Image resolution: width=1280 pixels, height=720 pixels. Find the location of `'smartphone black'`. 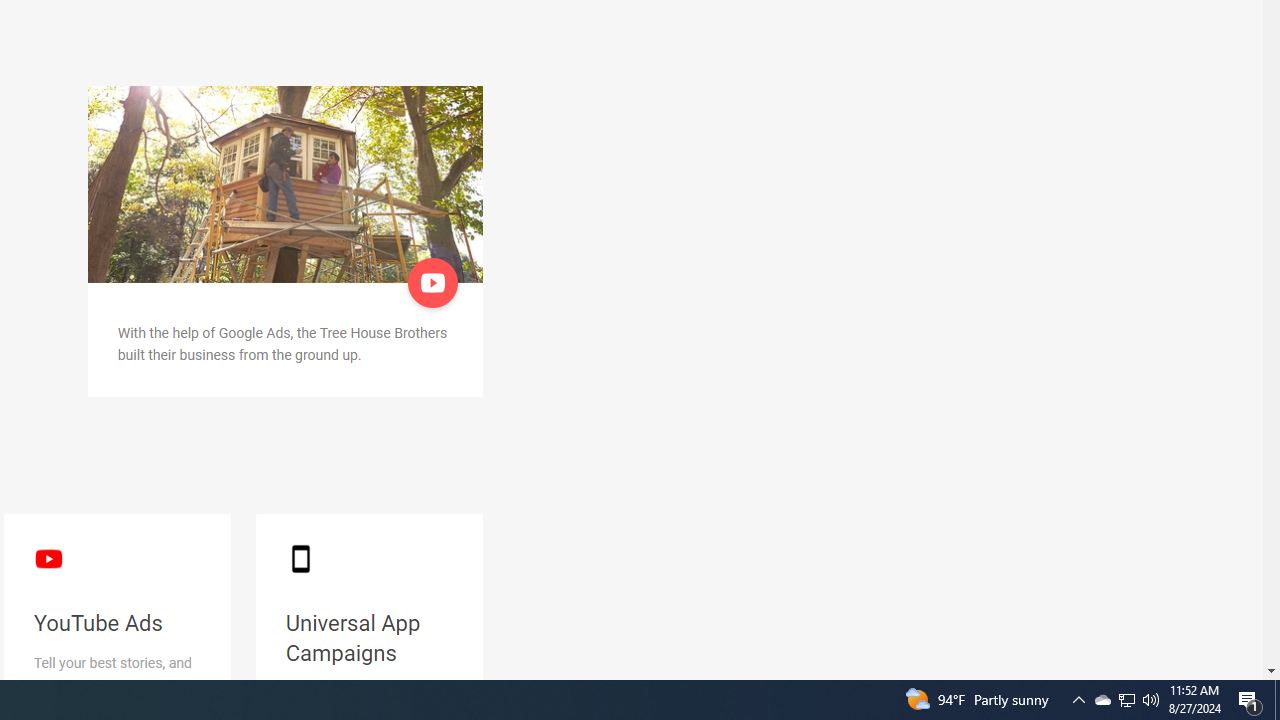

'smartphone black' is located at coordinates (299, 559).